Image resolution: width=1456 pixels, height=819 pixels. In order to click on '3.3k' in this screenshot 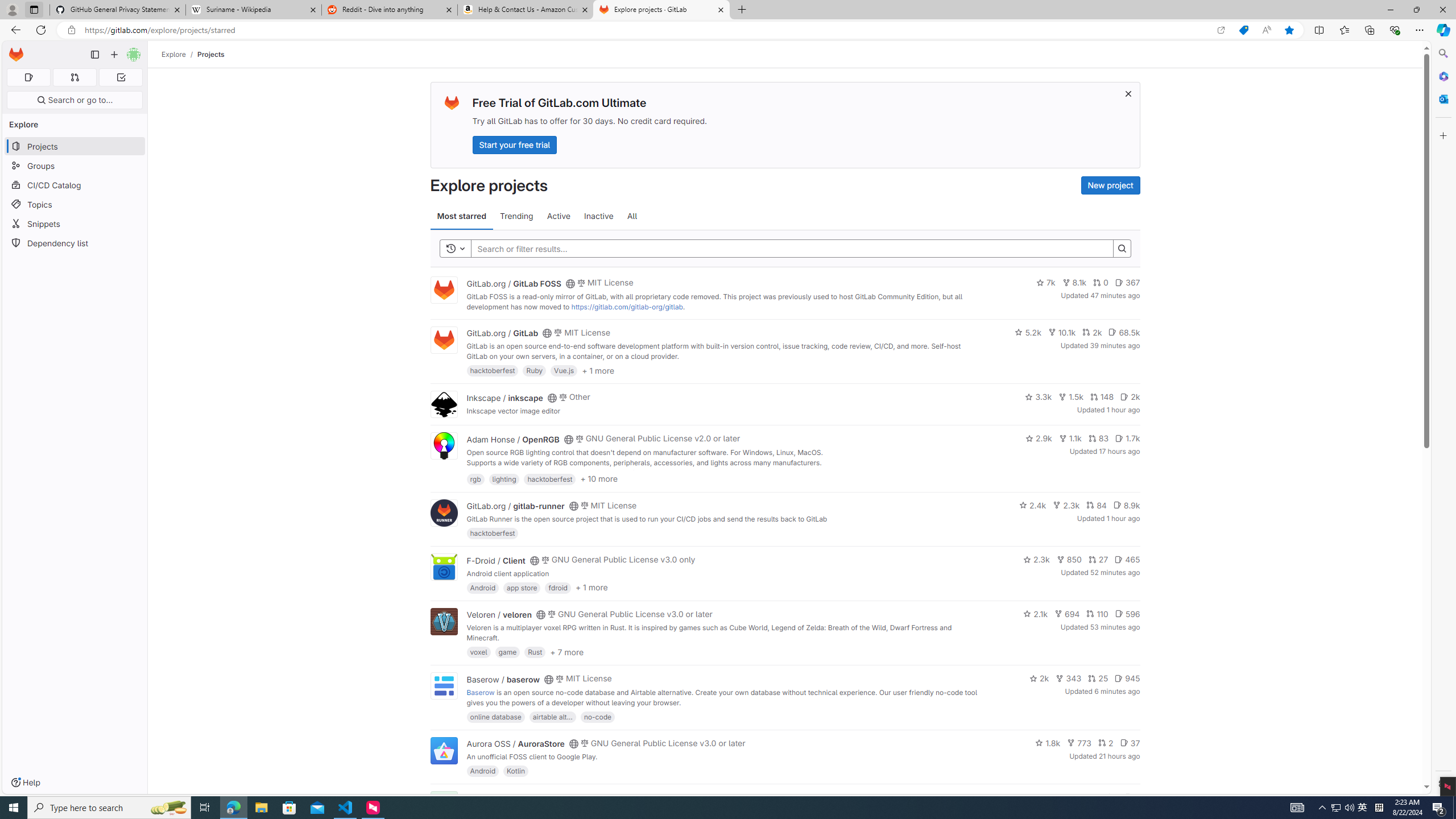, I will do `click(1039, 396)`.